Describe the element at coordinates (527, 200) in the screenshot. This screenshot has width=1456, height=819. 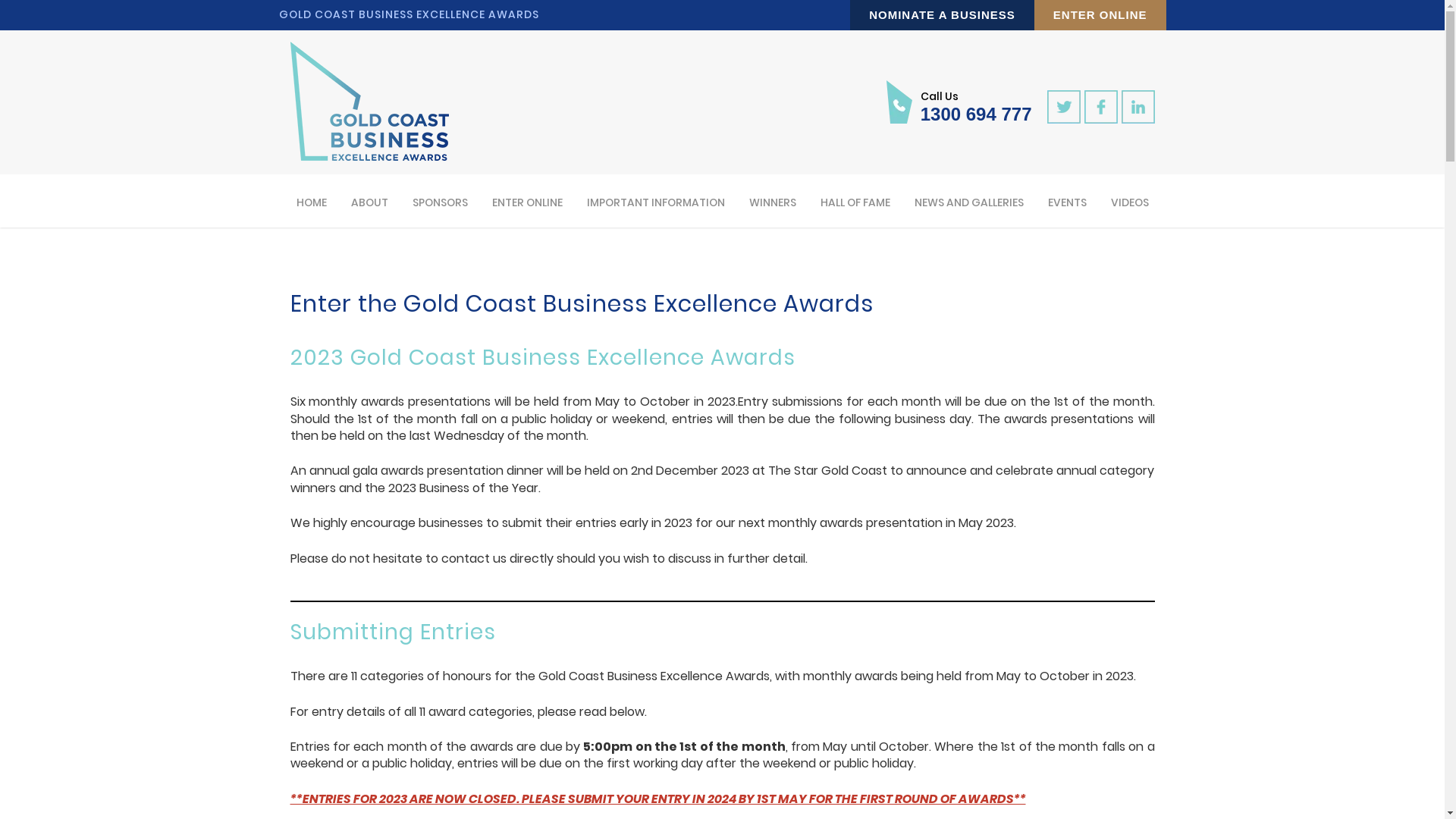
I see `'ENTER ONLINE'` at that location.